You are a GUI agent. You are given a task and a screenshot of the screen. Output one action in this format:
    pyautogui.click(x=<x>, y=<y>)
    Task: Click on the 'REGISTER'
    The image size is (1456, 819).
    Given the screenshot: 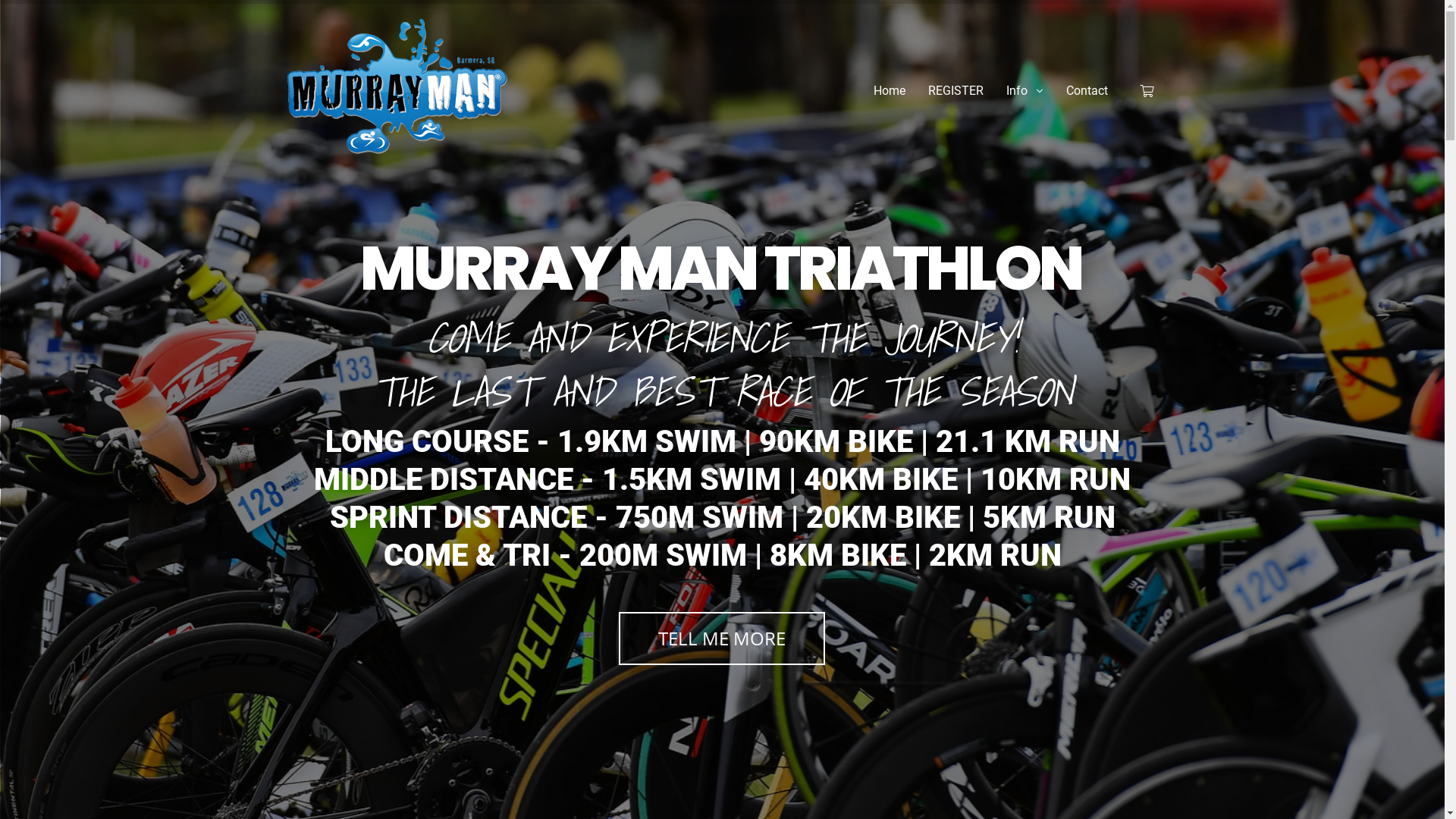 What is the action you would take?
    pyautogui.click(x=916, y=90)
    